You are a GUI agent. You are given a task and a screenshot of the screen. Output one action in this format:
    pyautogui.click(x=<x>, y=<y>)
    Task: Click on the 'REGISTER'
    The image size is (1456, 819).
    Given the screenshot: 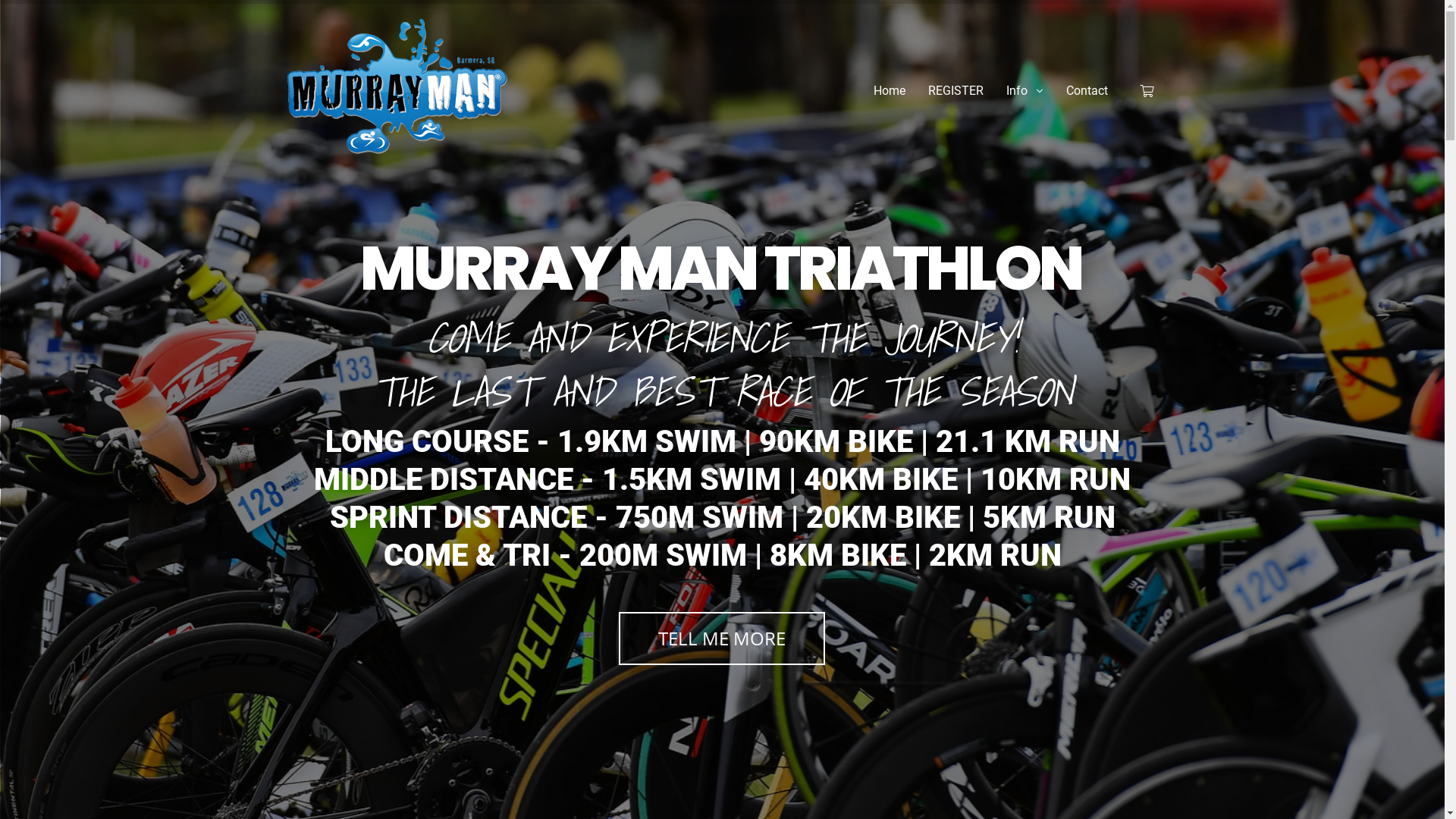 What is the action you would take?
    pyautogui.click(x=916, y=90)
    